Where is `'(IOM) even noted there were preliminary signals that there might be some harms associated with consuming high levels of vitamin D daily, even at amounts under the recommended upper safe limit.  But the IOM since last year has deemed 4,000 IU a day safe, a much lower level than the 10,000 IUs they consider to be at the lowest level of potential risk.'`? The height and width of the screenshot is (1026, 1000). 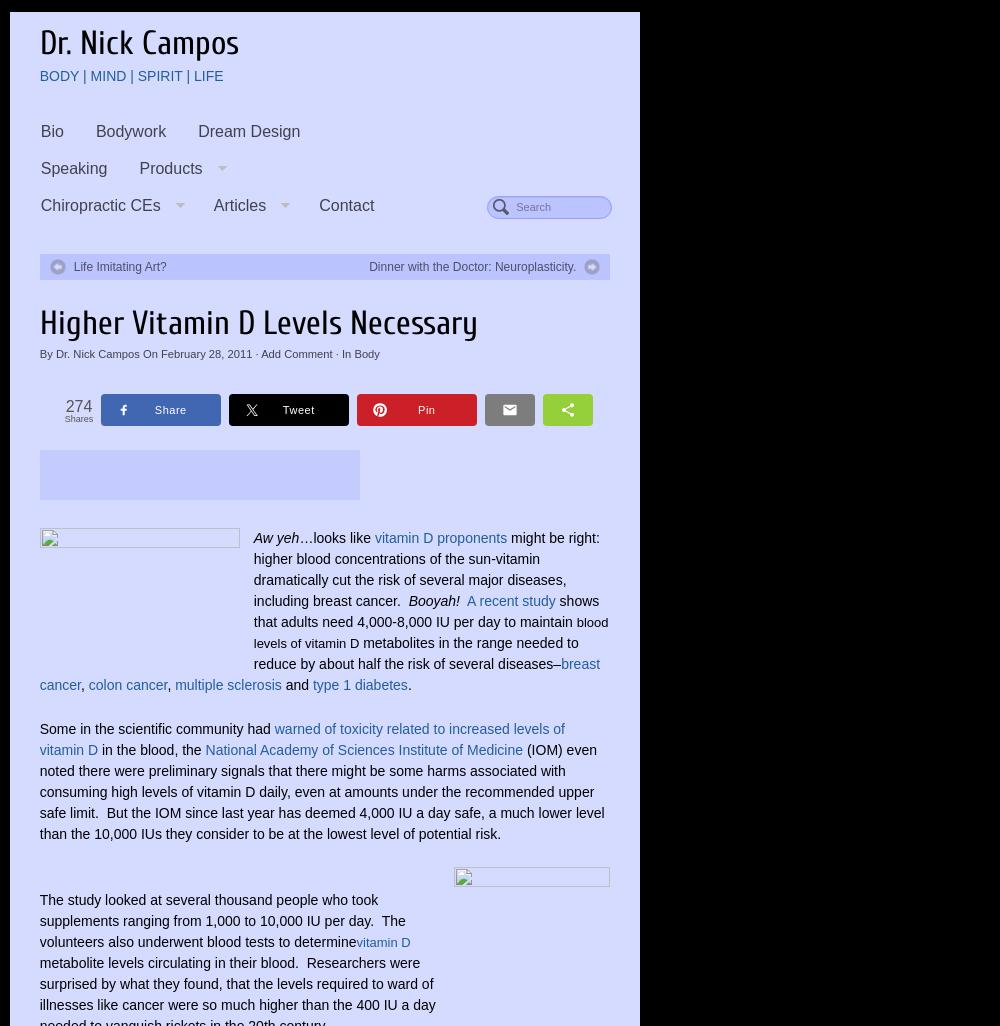 '(IOM) even noted there were preliminary signals that there might be some harms associated with consuming high levels of vitamin D daily, even at amounts under the recommended upper safe limit.  But the IOM since last year has deemed 4,000 IU a day safe, a much lower level than the 10,000 IUs they consider to be at the lowest level of potential risk.' is located at coordinates (320, 790).